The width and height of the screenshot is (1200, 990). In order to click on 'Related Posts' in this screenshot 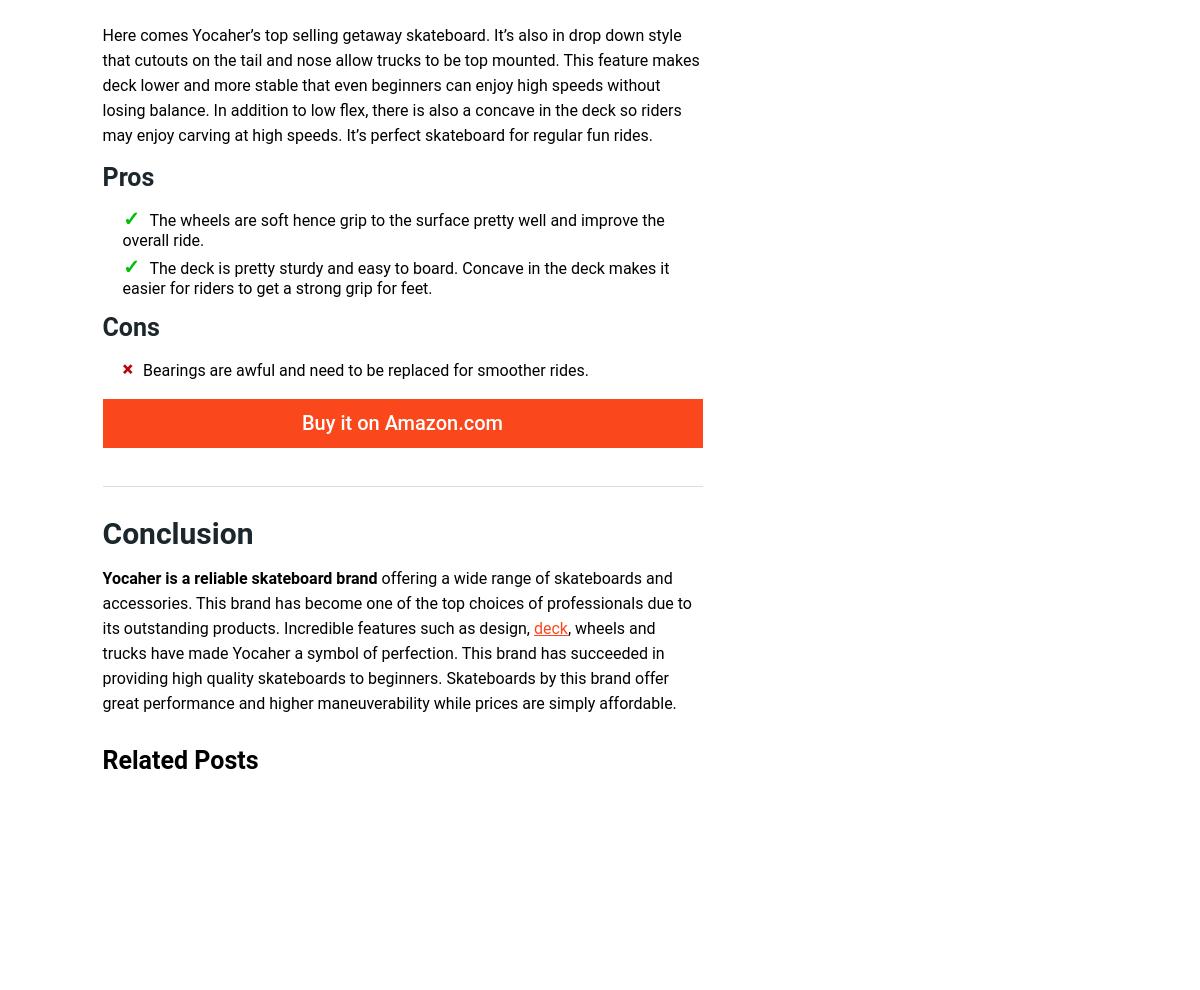, I will do `click(179, 760)`.